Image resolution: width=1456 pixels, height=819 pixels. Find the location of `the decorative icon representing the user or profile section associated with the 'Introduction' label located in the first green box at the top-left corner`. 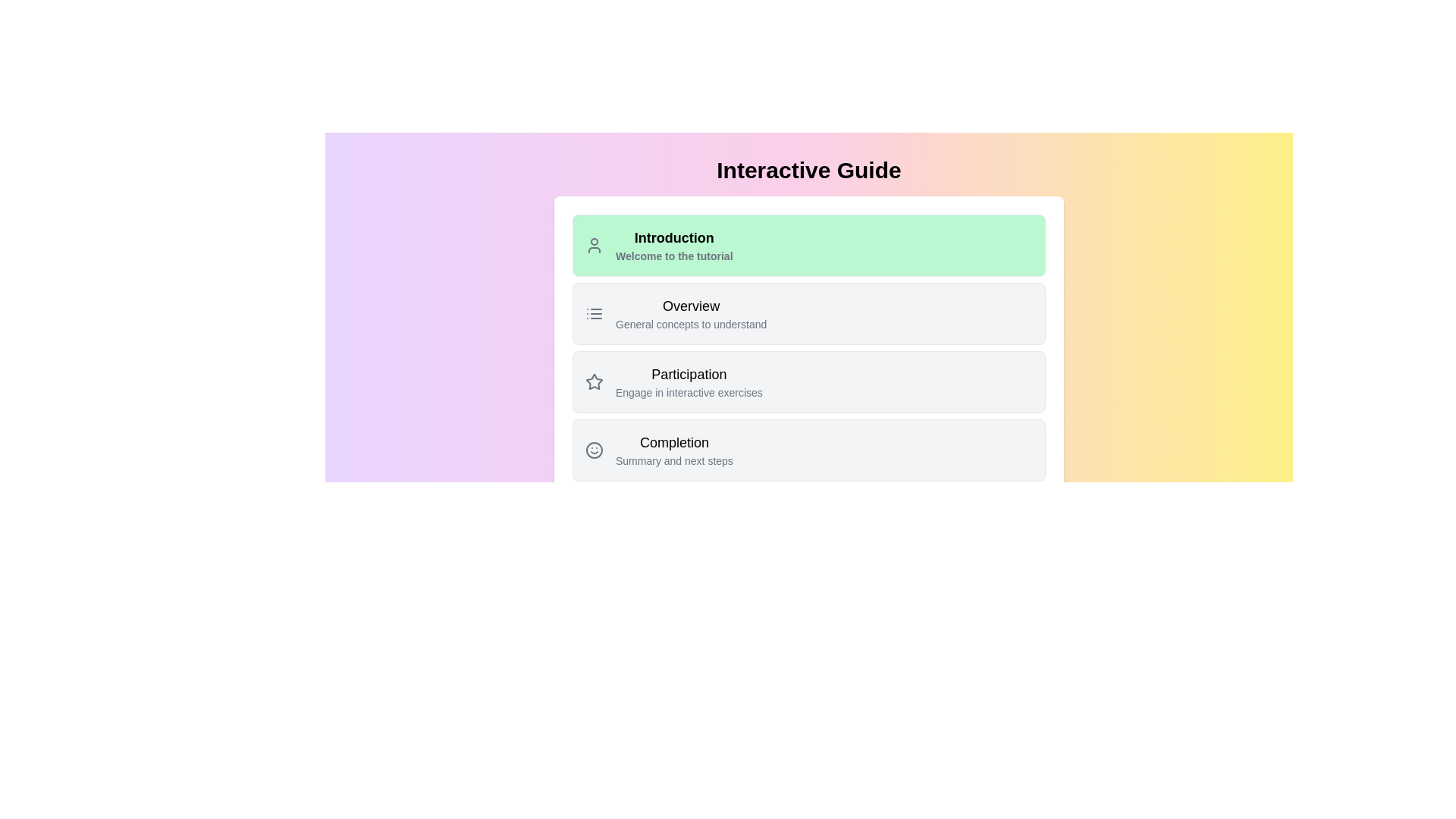

the decorative icon representing the user or profile section associated with the 'Introduction' label located in the first green box at the top-left corner is located at coordinates (593, 245).